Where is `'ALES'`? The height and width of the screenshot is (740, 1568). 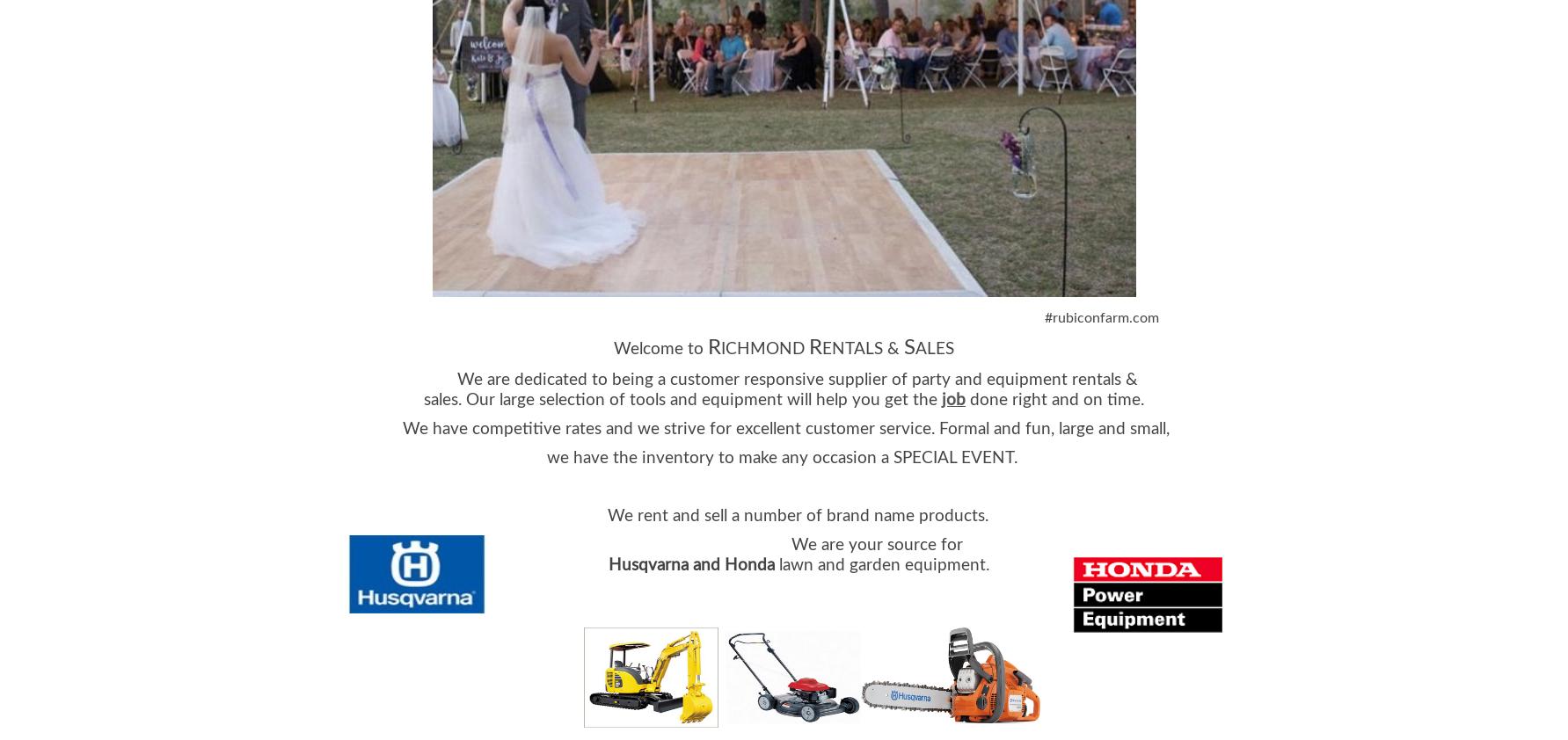
'ALES' is located at coordinates (915, 348).